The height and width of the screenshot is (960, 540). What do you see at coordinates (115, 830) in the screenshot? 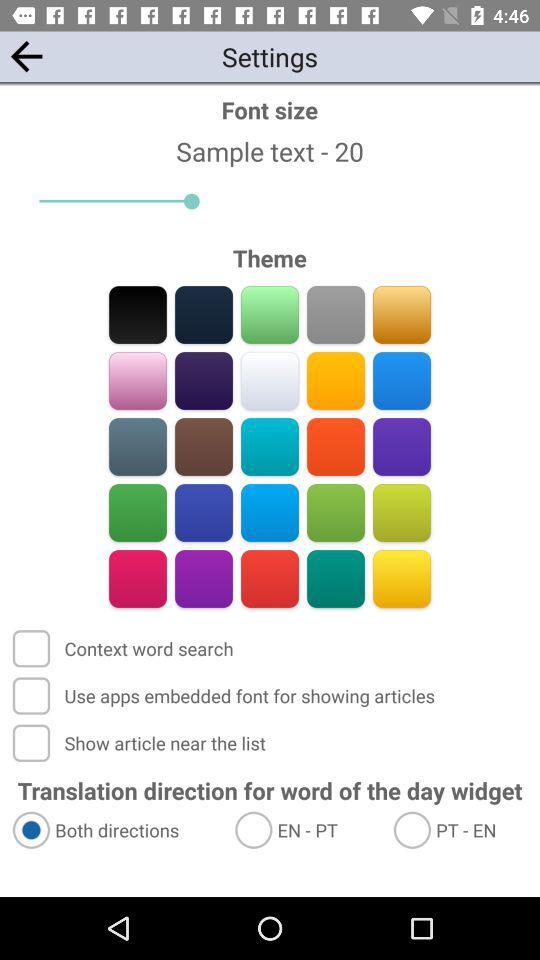
I see `the both directions icon` at bounding box center [115, 830].